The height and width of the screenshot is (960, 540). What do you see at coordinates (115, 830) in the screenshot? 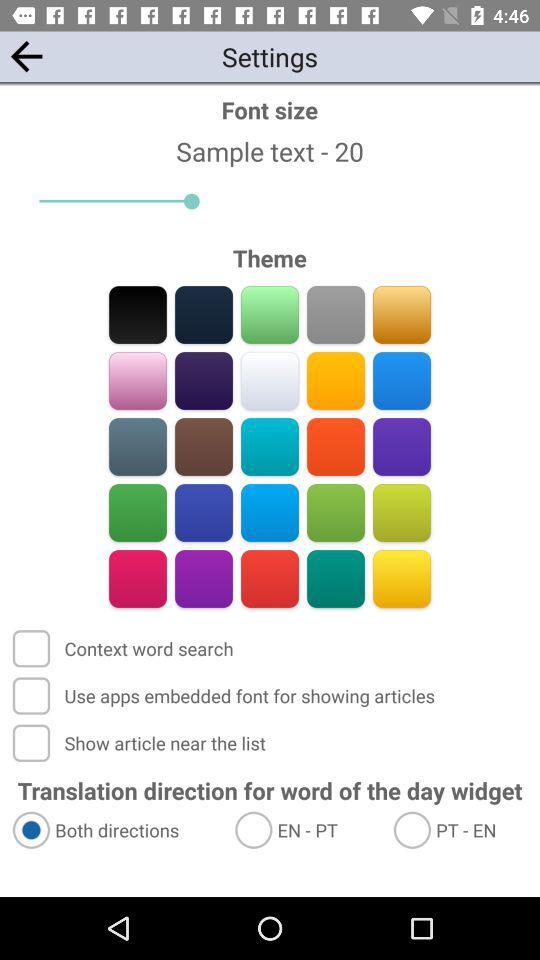
I see `the both directions icon` at bounding box center [115, 830].